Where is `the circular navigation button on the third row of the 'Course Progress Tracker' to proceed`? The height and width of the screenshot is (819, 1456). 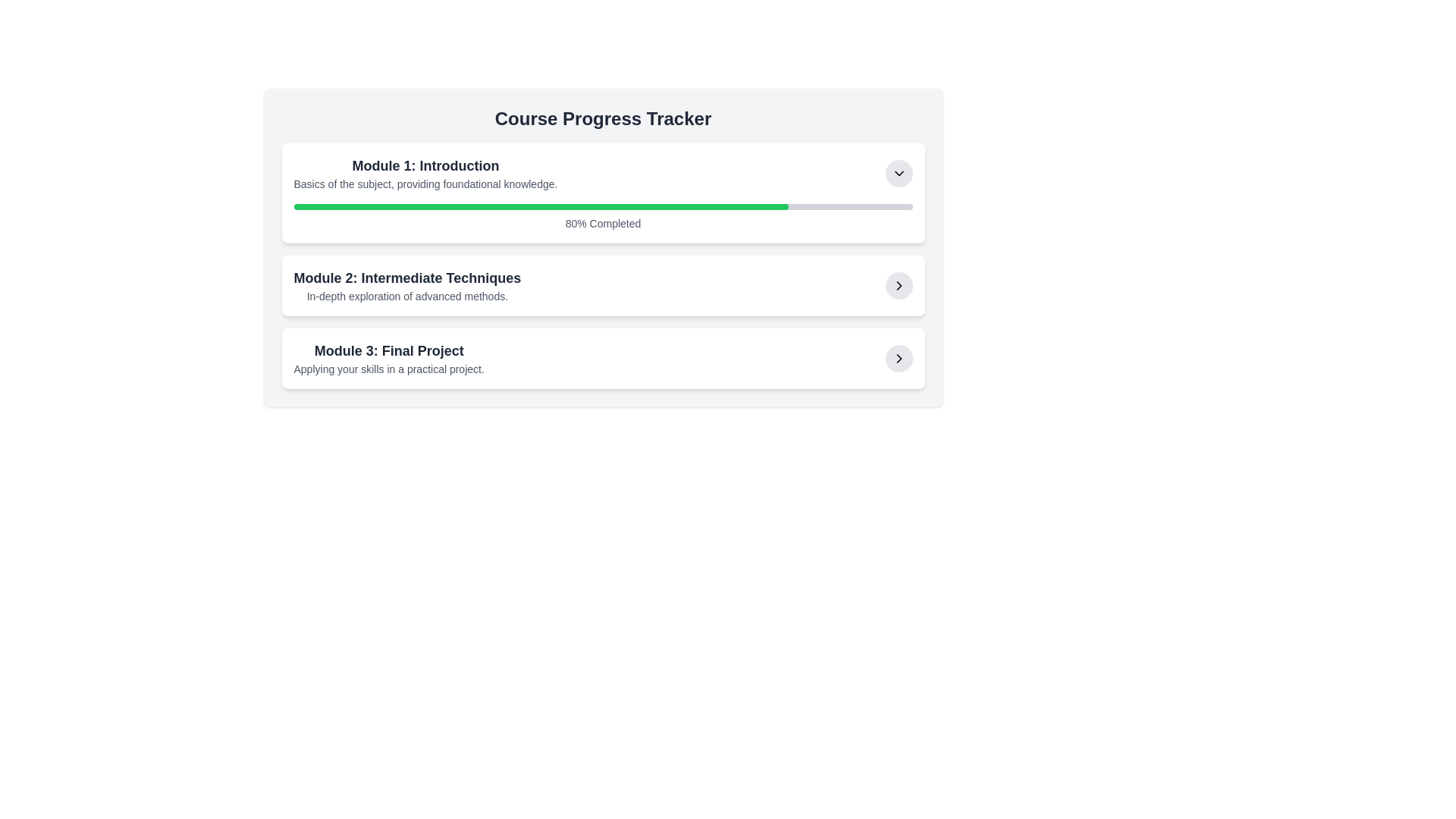 the circular navigation button on the third row of the 'Course Progress Tracker' to proceed is located at coordinates (602, 359).